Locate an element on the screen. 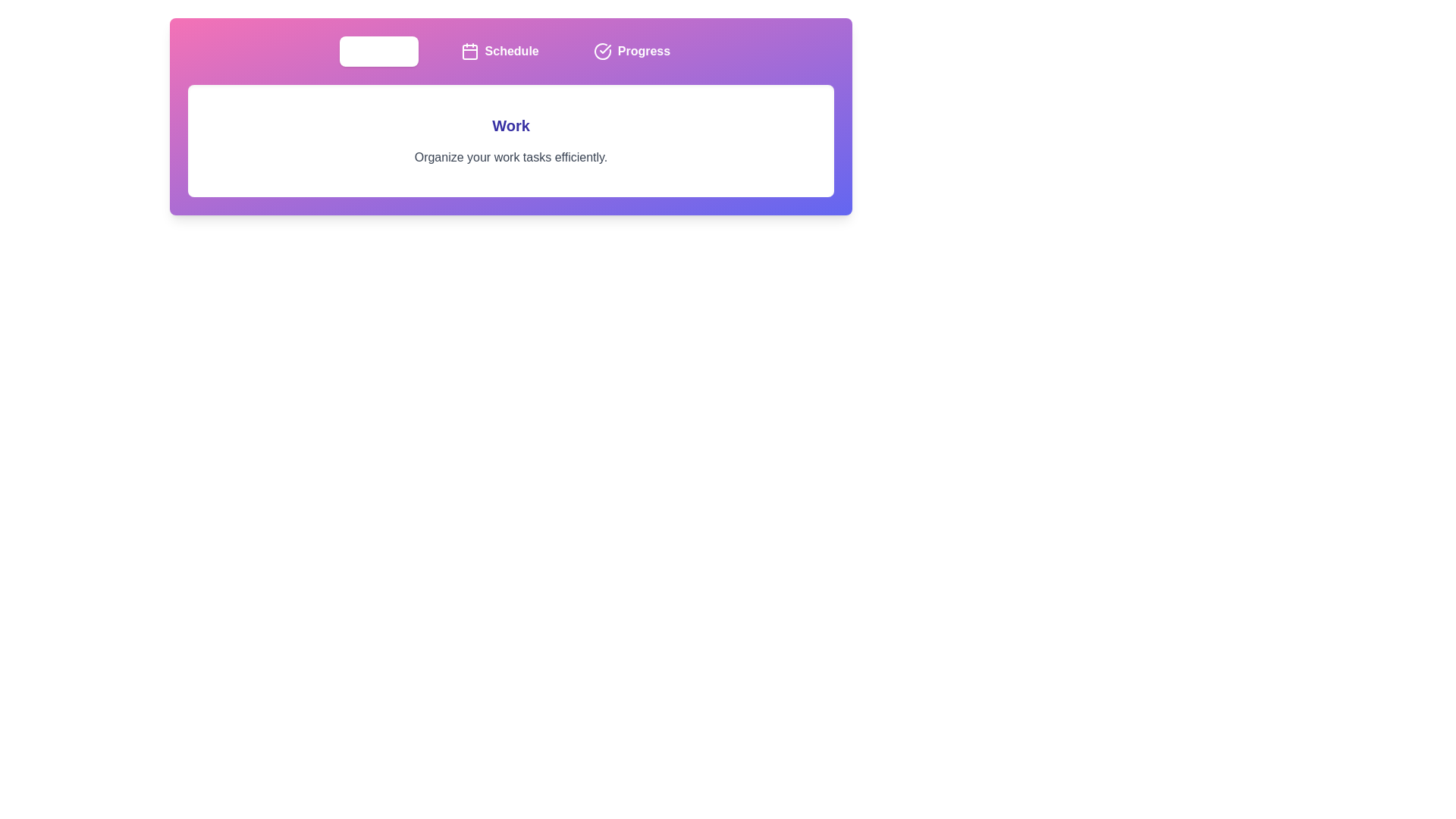 The height and width of the screenshot is (819, 1456). the tab labeled Schedule is located at coordinates (500, 51).